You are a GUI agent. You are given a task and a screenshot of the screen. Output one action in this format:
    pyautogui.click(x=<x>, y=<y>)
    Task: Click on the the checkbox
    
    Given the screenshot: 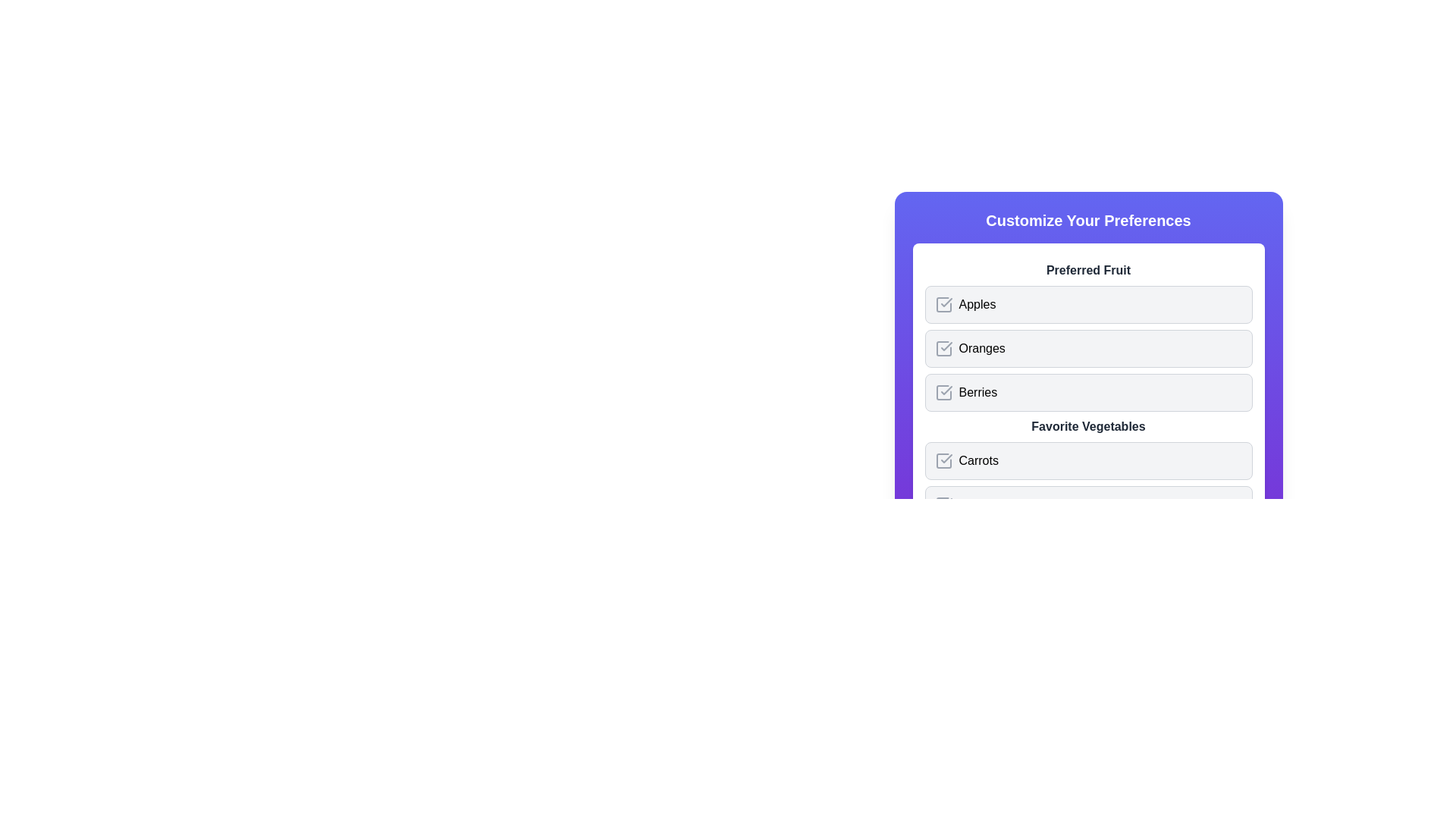 What is the action you would take?
    pyautogui.click(x=943, y=348)
    